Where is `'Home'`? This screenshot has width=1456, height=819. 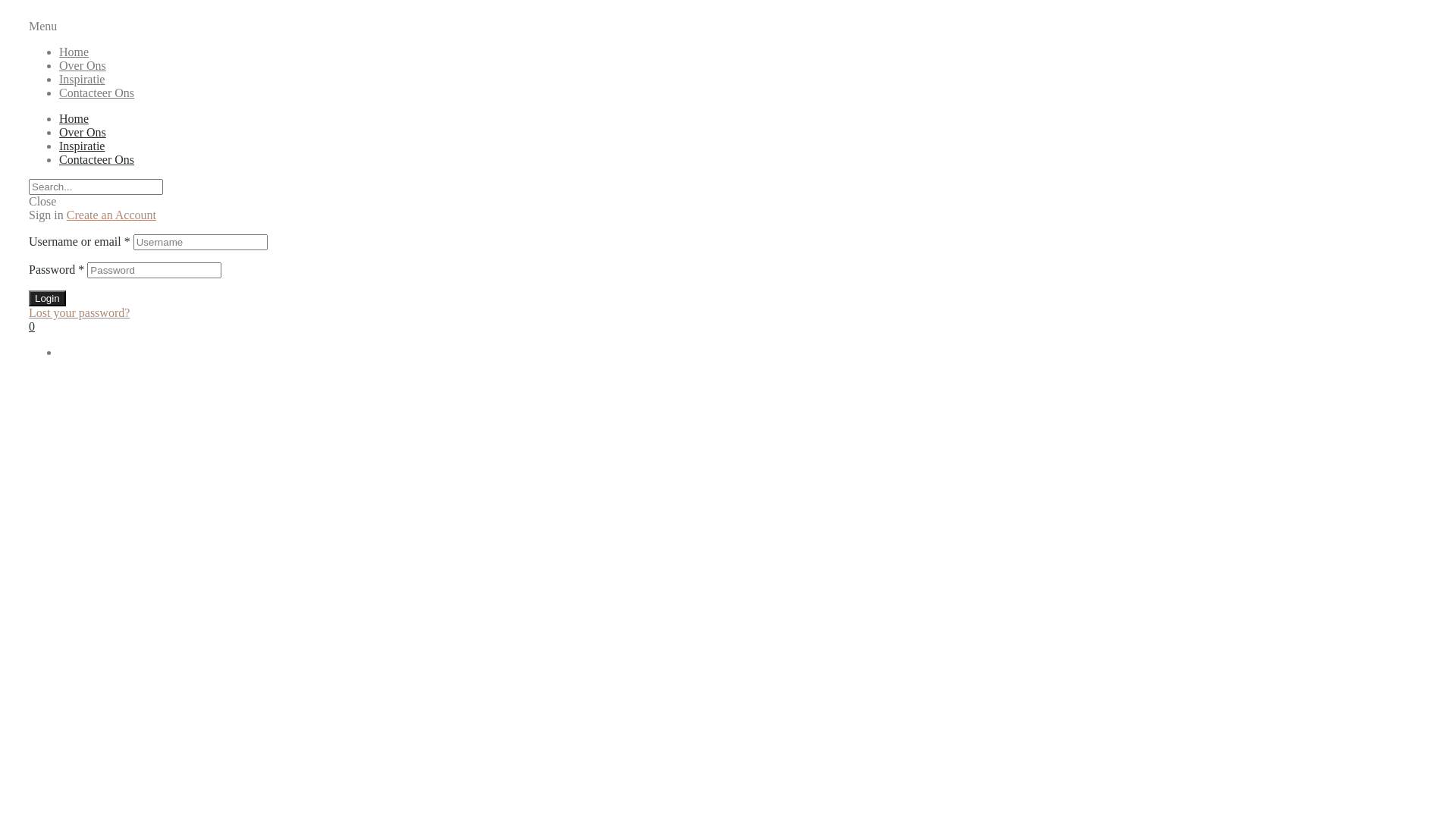
'Home' is located at coordinates (73, 51).